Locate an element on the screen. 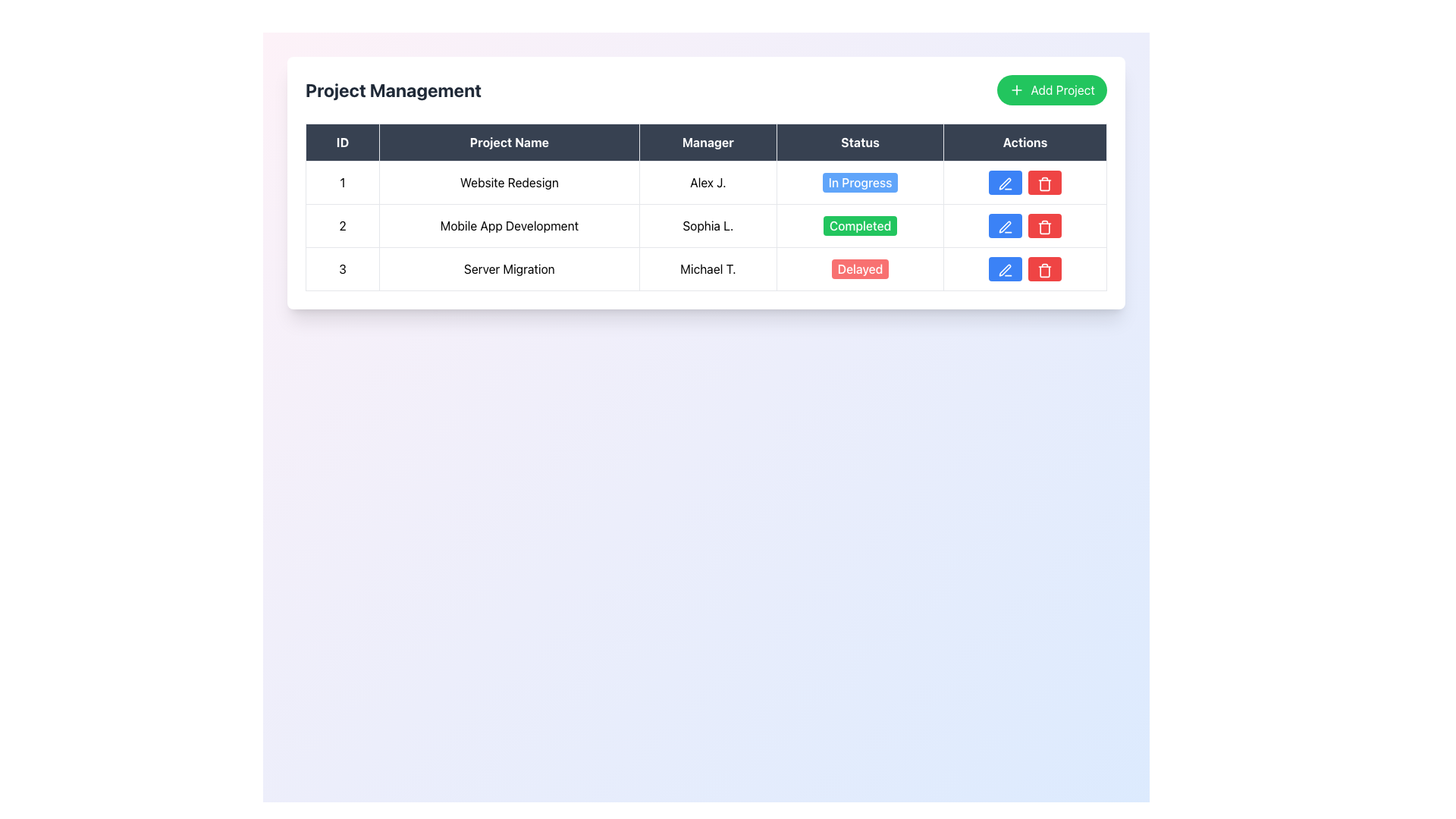  the red button with a white trash icon located in the 'Actions' column of the third row in the Server Migration table is located at coordinates (1043, 268).